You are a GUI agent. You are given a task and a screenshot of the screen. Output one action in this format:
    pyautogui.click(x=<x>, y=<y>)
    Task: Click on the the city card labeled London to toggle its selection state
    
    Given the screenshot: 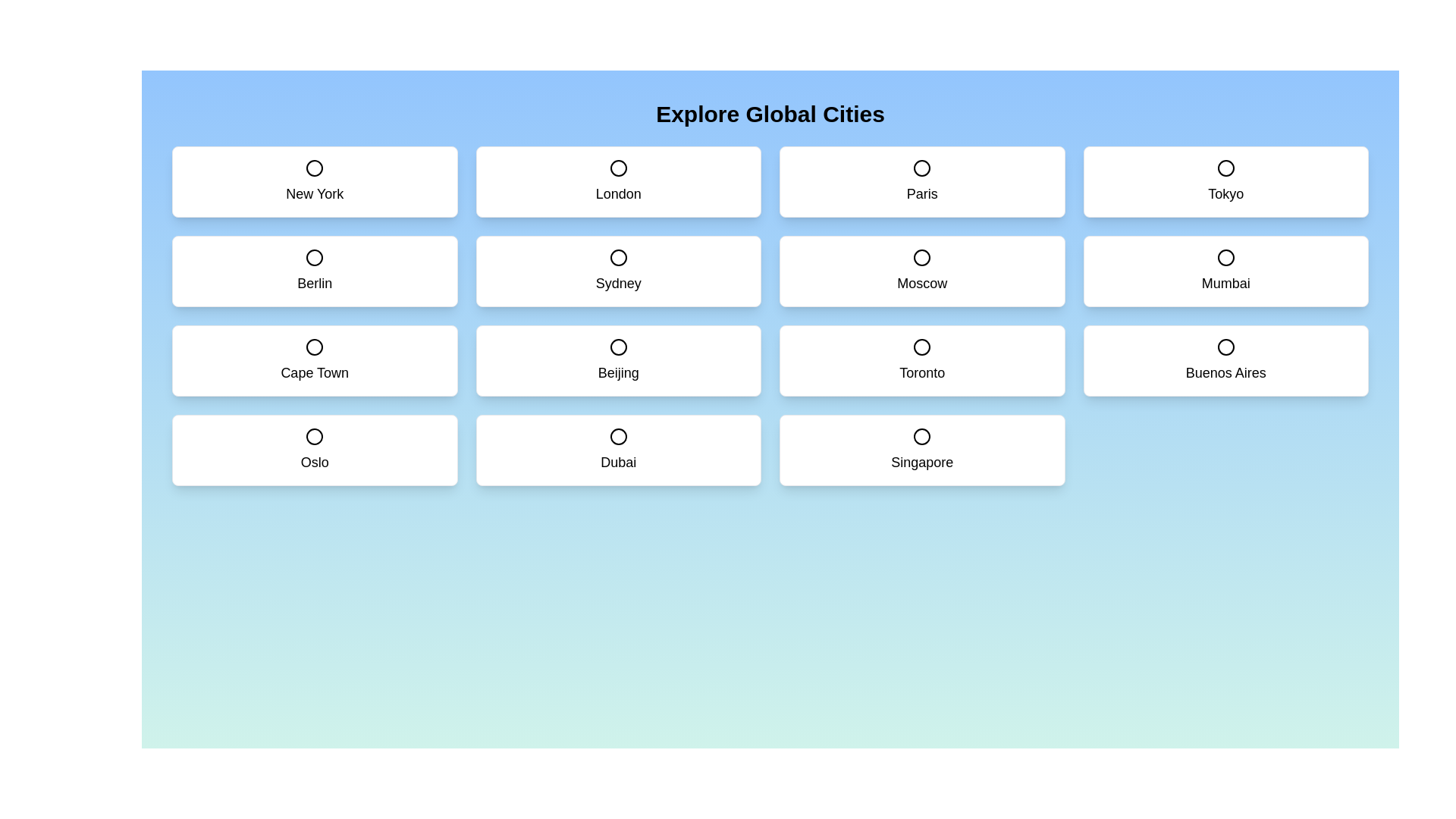 What is the action you would take?
    pyautogui.click(x=618, y=180)
    